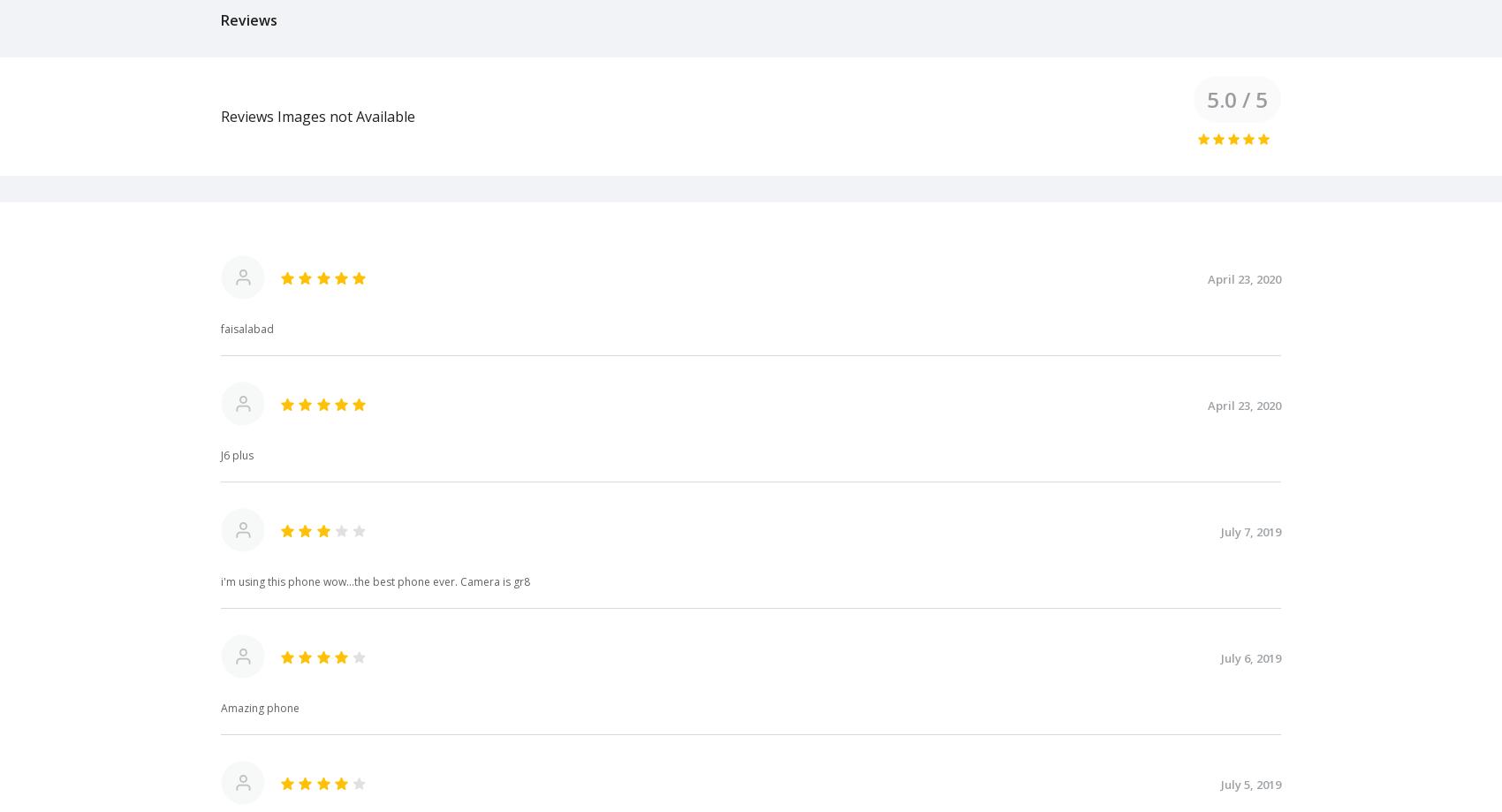 This screenshot has height=812, width=1502. What do you see at coordinates (317, 114) in the screenshot?
I see `'Reviews Images not Available'` at bounding box center [317, 114].